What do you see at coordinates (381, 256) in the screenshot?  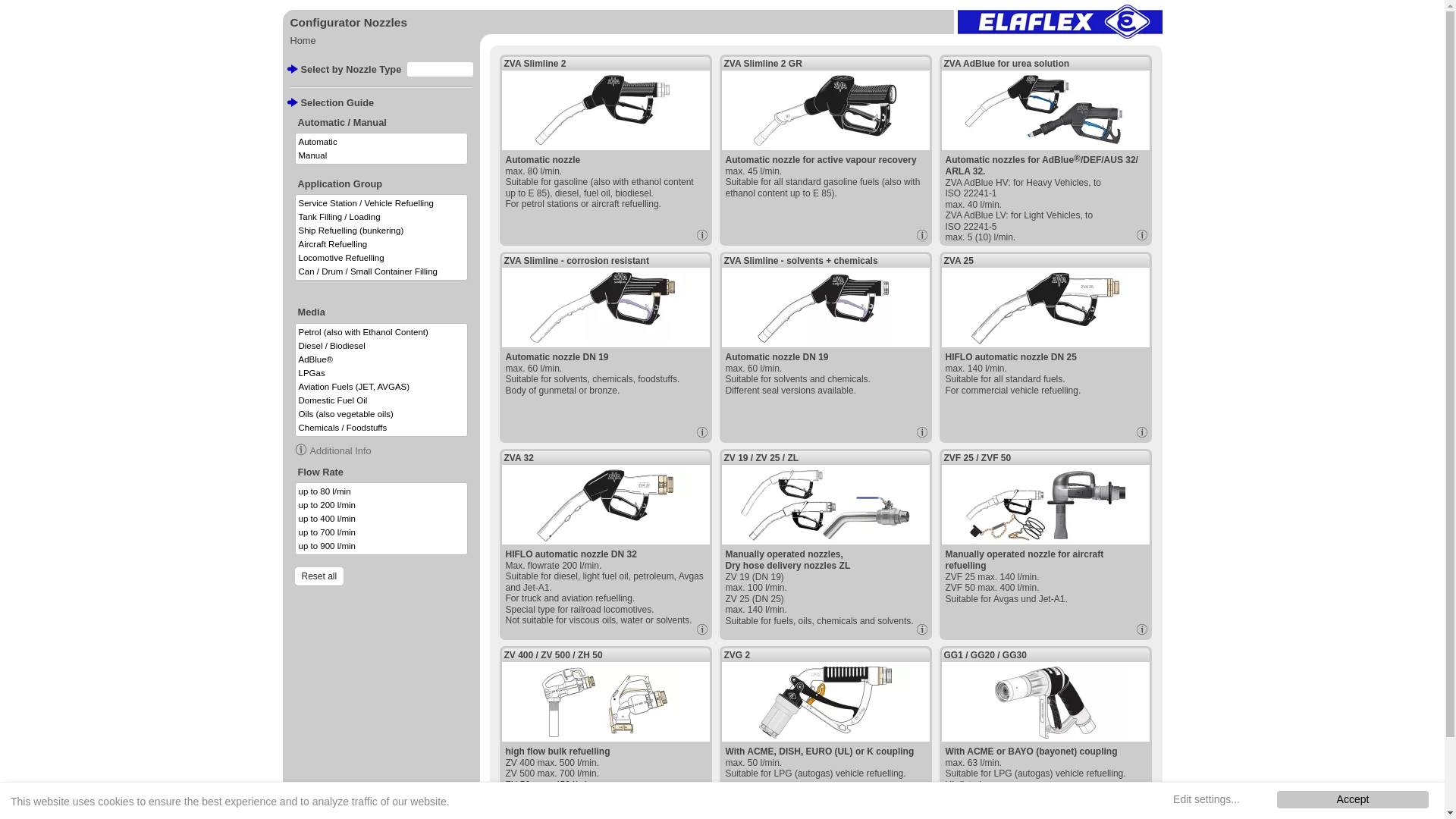 I see `'Locomotive Refuelling'` at bounding box center [381, 256].